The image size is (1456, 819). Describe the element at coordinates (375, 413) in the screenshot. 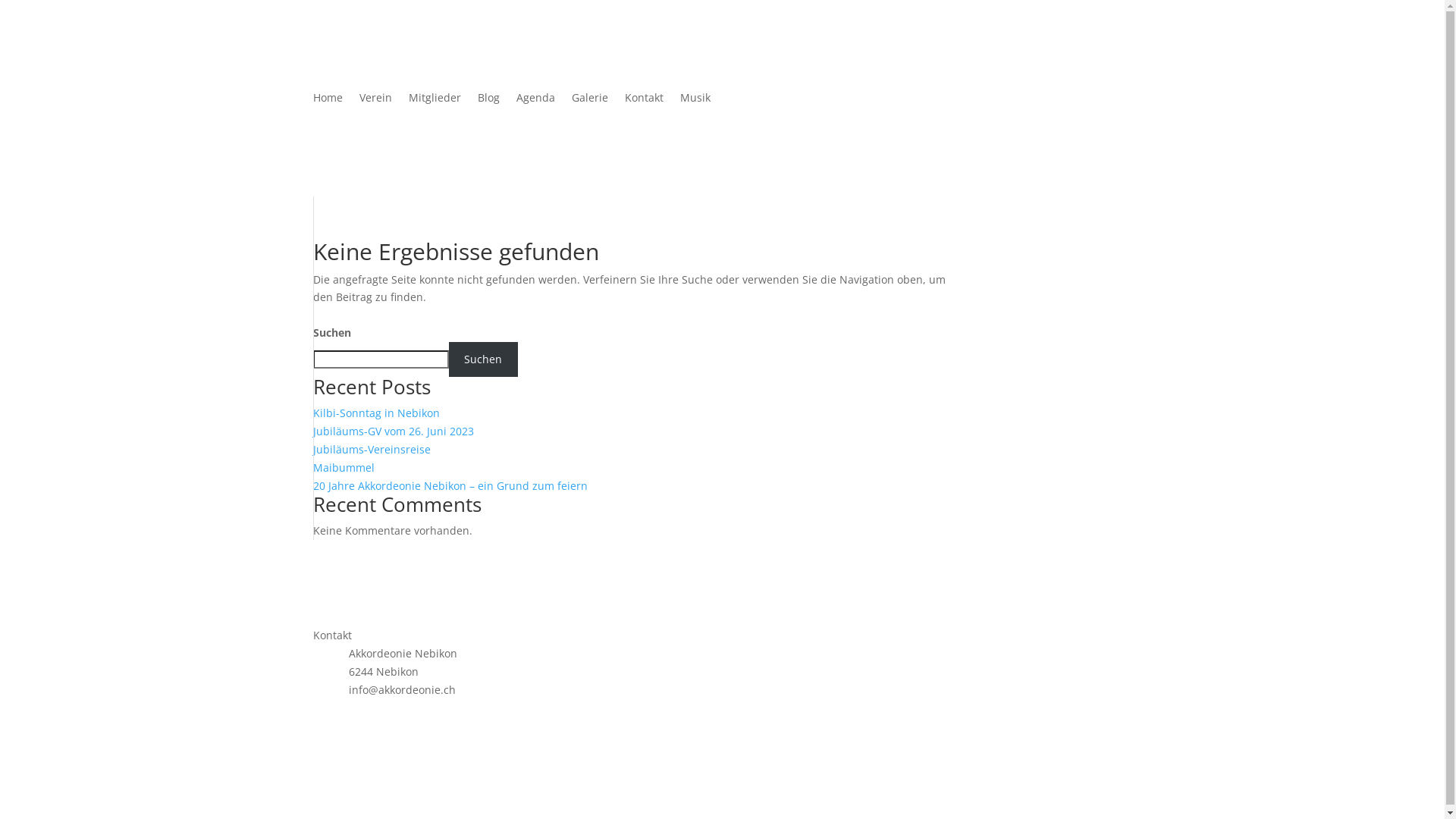

I see `'Kilbi-Sonntag in Nebikon'` at that location.